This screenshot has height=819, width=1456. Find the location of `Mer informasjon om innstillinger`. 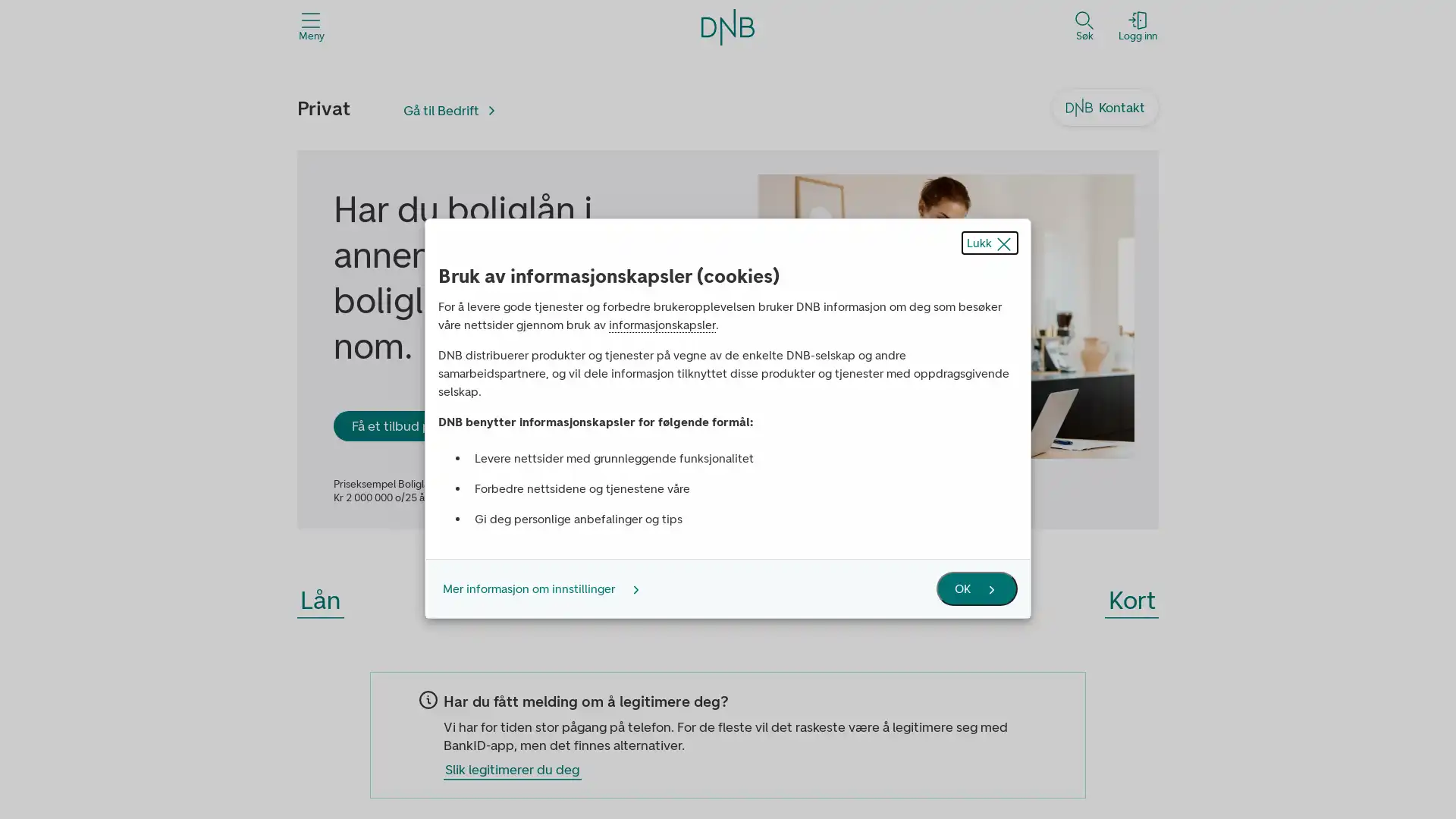

Mer informasjon om innstillinger is located at coordinates (535, 587).